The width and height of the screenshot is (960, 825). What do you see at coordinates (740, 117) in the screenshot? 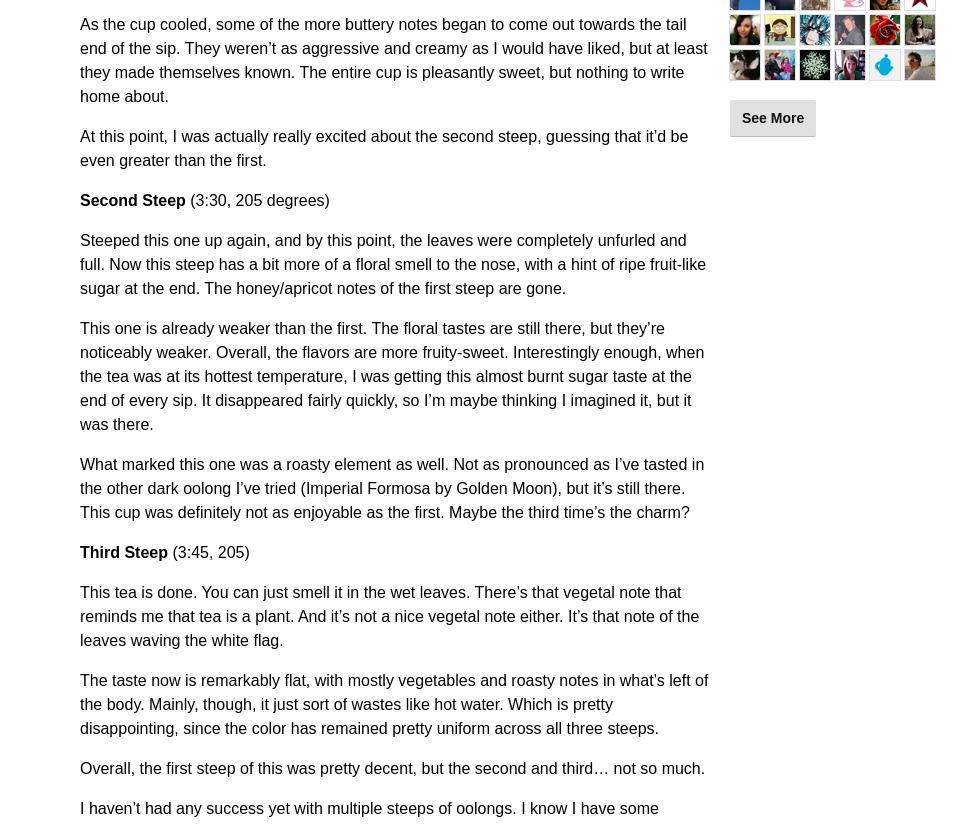
I see `'See More'` at bounding box center [740, 117].